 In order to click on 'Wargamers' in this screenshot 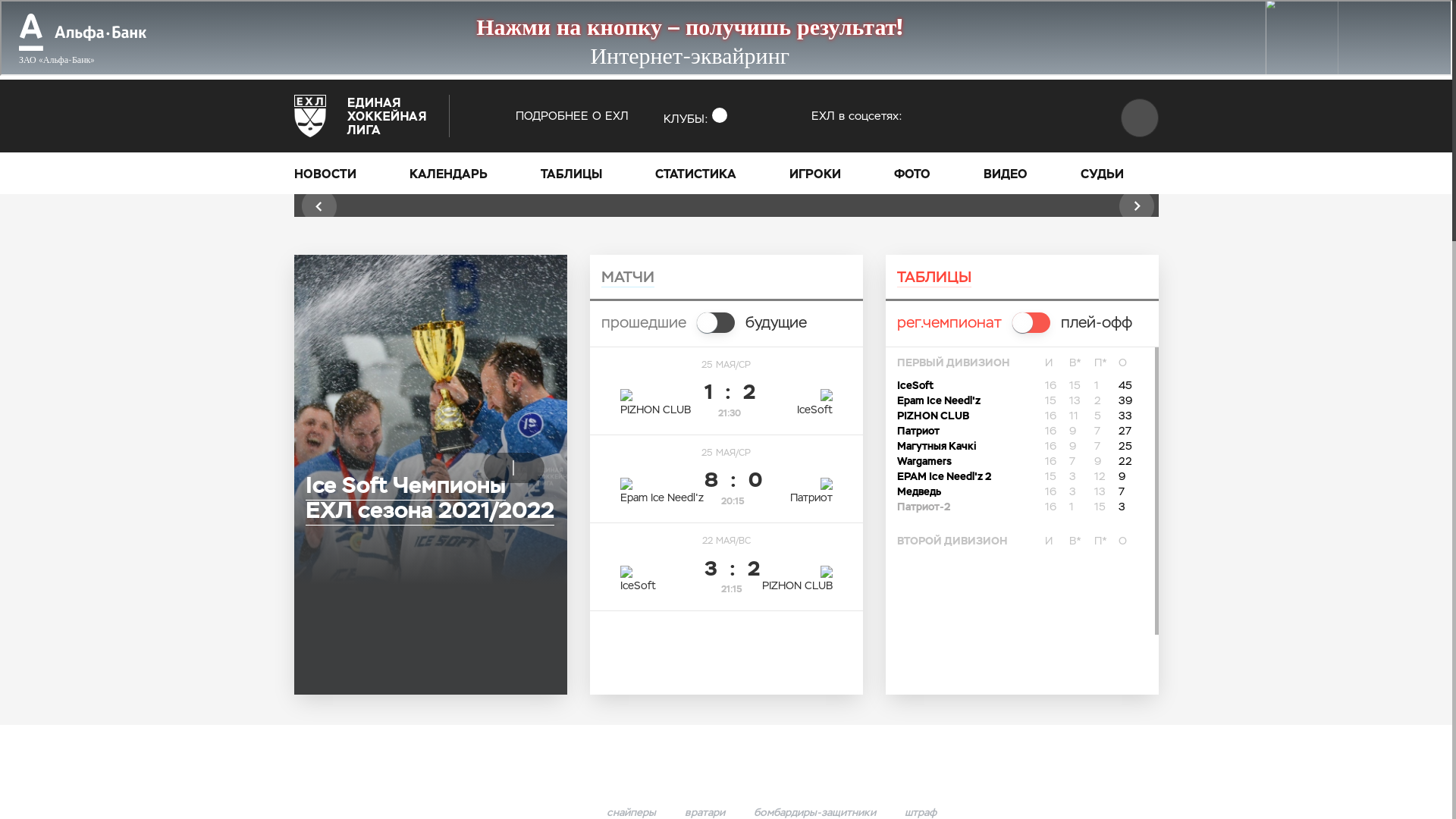, I will do `click(923, 460)`.